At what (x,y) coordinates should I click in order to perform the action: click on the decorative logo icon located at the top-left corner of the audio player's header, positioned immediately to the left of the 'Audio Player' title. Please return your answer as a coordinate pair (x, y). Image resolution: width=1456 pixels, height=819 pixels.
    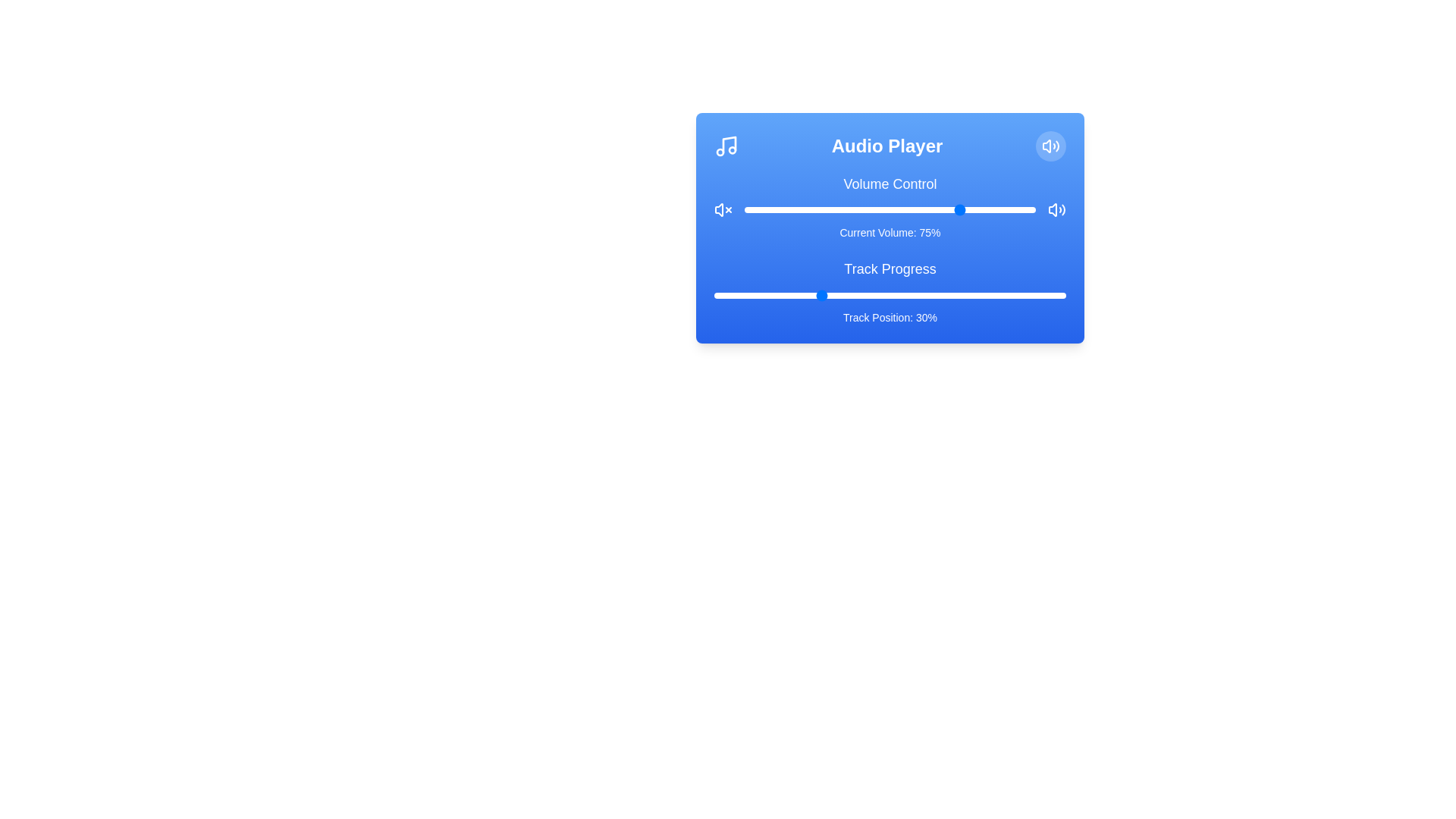
    Looking at the image, I should click on (726, 146).